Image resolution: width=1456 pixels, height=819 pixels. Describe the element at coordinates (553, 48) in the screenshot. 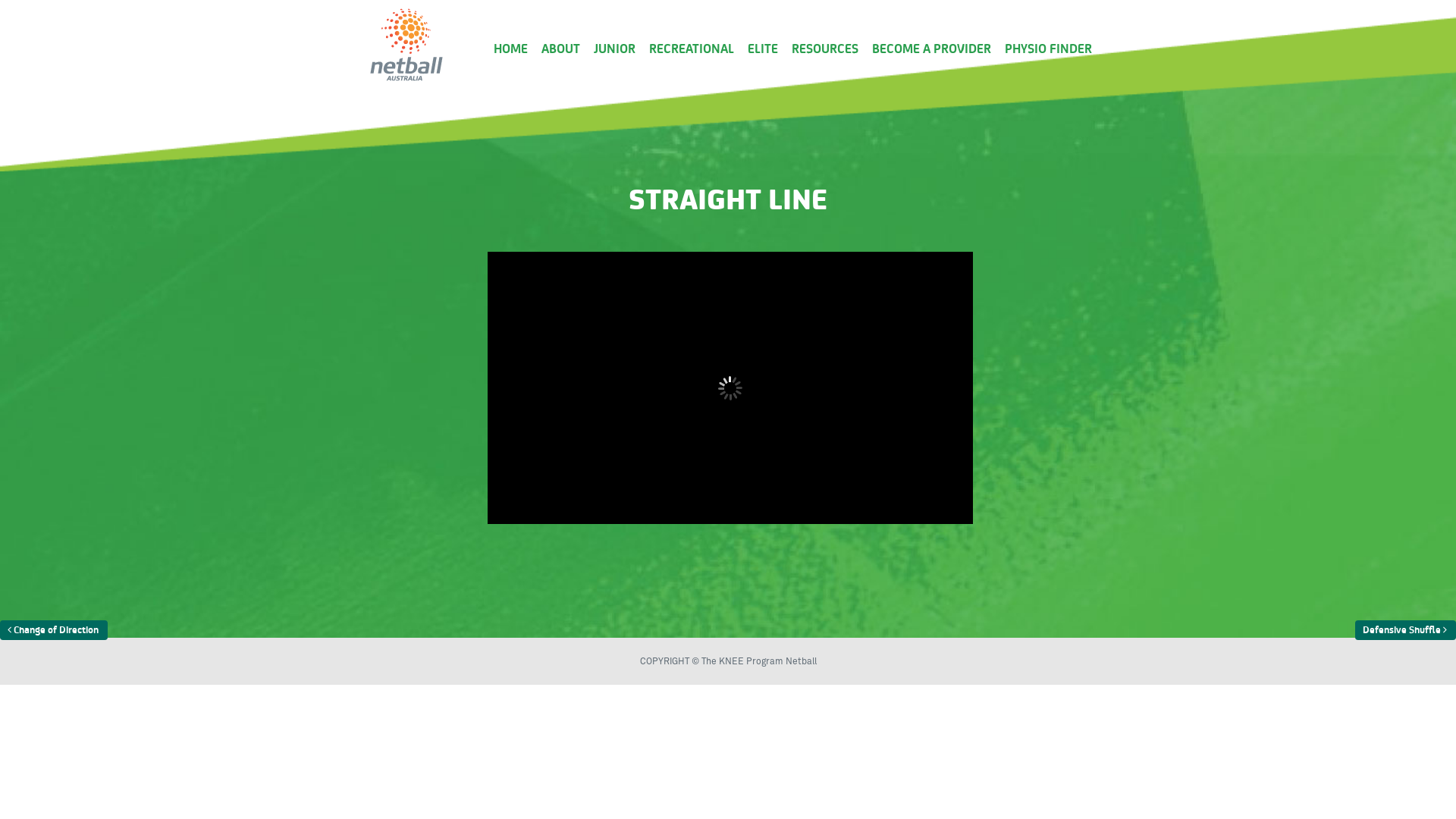

I see `'ABOUT'` at that location.